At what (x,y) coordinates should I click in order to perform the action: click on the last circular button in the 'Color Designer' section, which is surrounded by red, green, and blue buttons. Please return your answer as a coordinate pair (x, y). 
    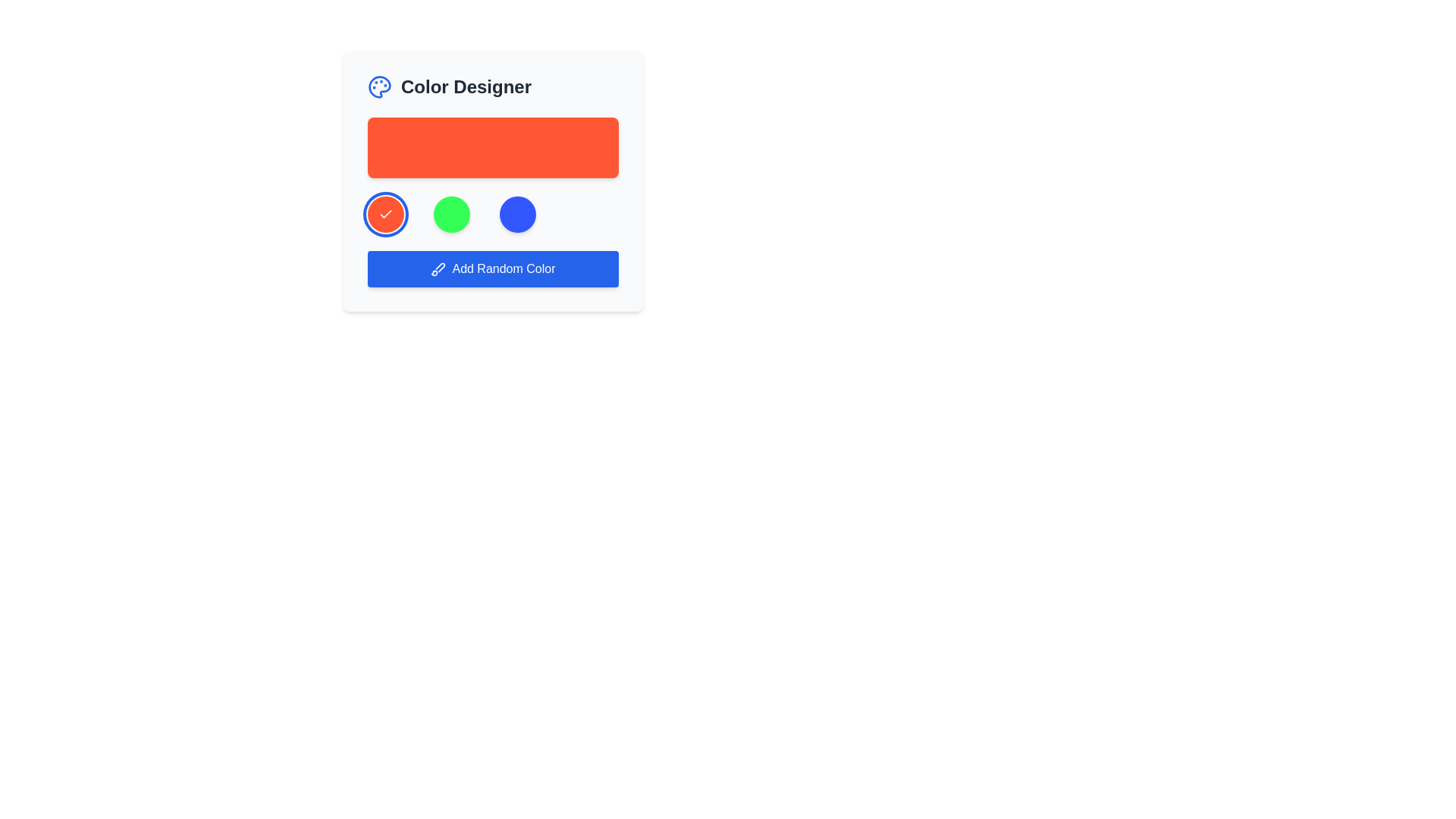
    Looking at the image, I should click on (517, 214).